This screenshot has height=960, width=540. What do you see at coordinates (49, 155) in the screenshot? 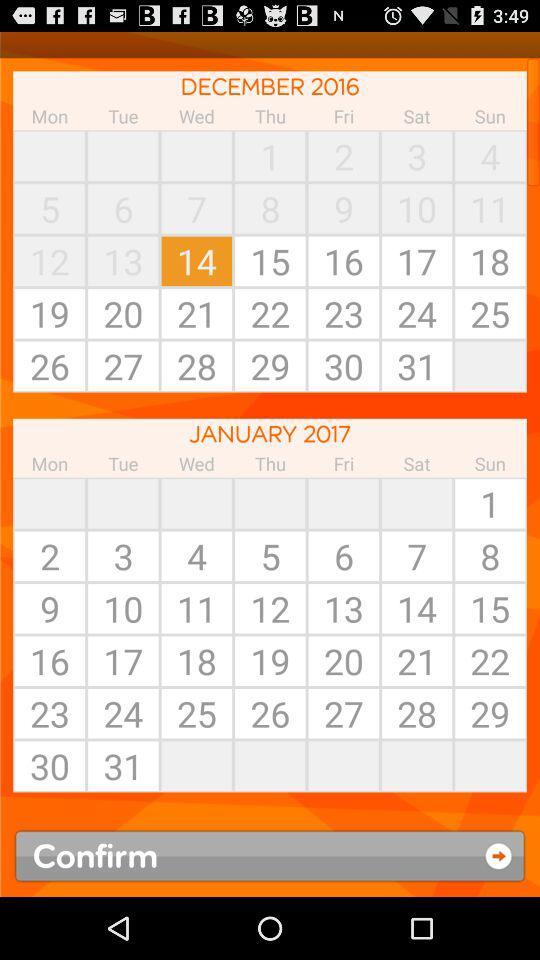
I see `item to the left of tue item` at bounding box center [49, 155].